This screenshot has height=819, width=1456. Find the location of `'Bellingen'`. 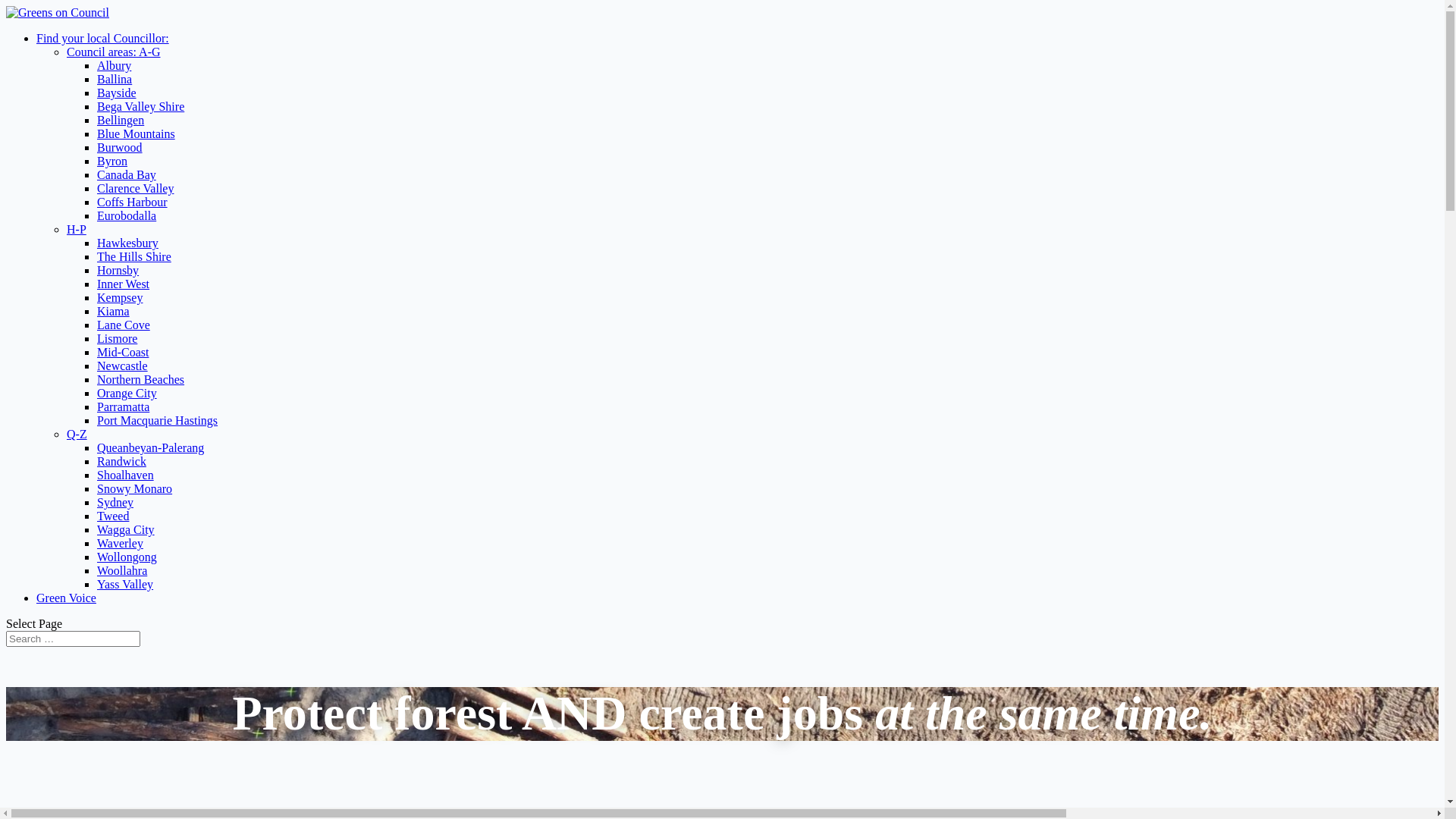

'Bellingen' is located at coordinates (119, 119).